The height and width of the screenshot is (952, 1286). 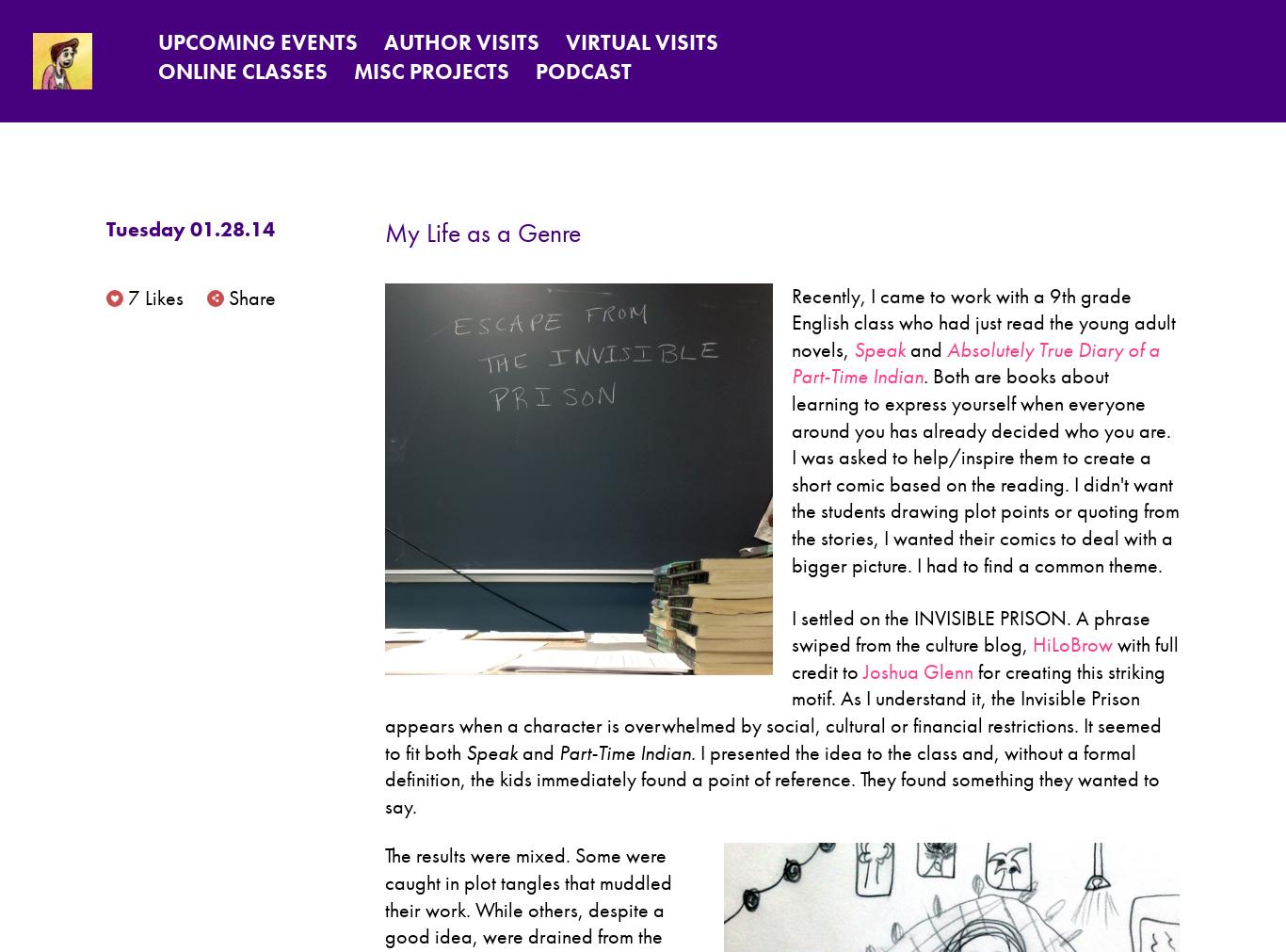 I want to click on 'for creating this striking motif. As I understand it, the Invisible Prison appears when a character is overwhelmed by social, cultural or financial restrictions. It seemed to fit both', so click(x=773, y=710).